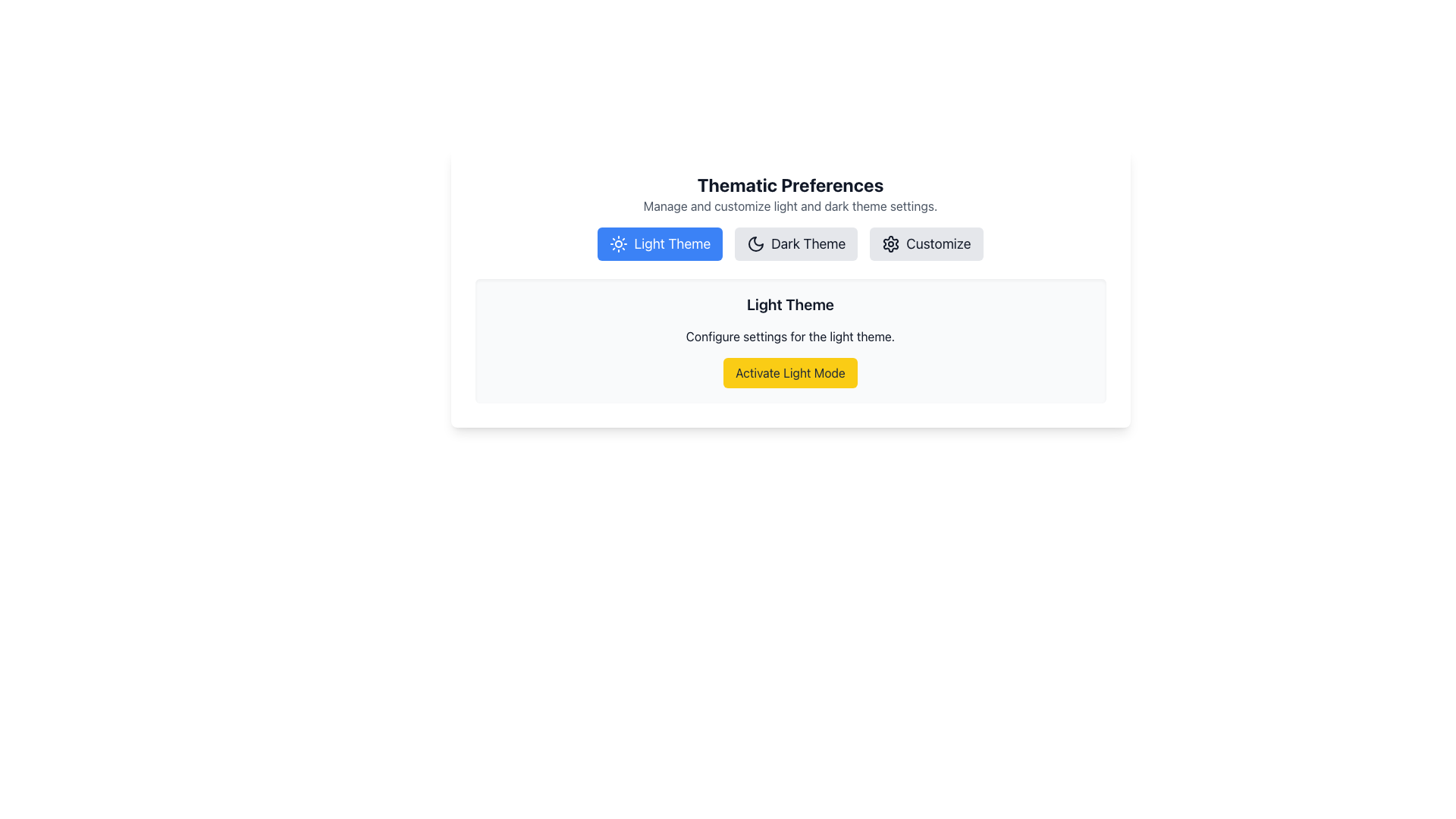  Describe the element at coordinates (795, 243) in the screenshot. I see `the 'Dark Theme' button, which is a rounded rectangular button with a gray background and black text, located between the 'Light Theme' and 'Customize' buttons` at that location.